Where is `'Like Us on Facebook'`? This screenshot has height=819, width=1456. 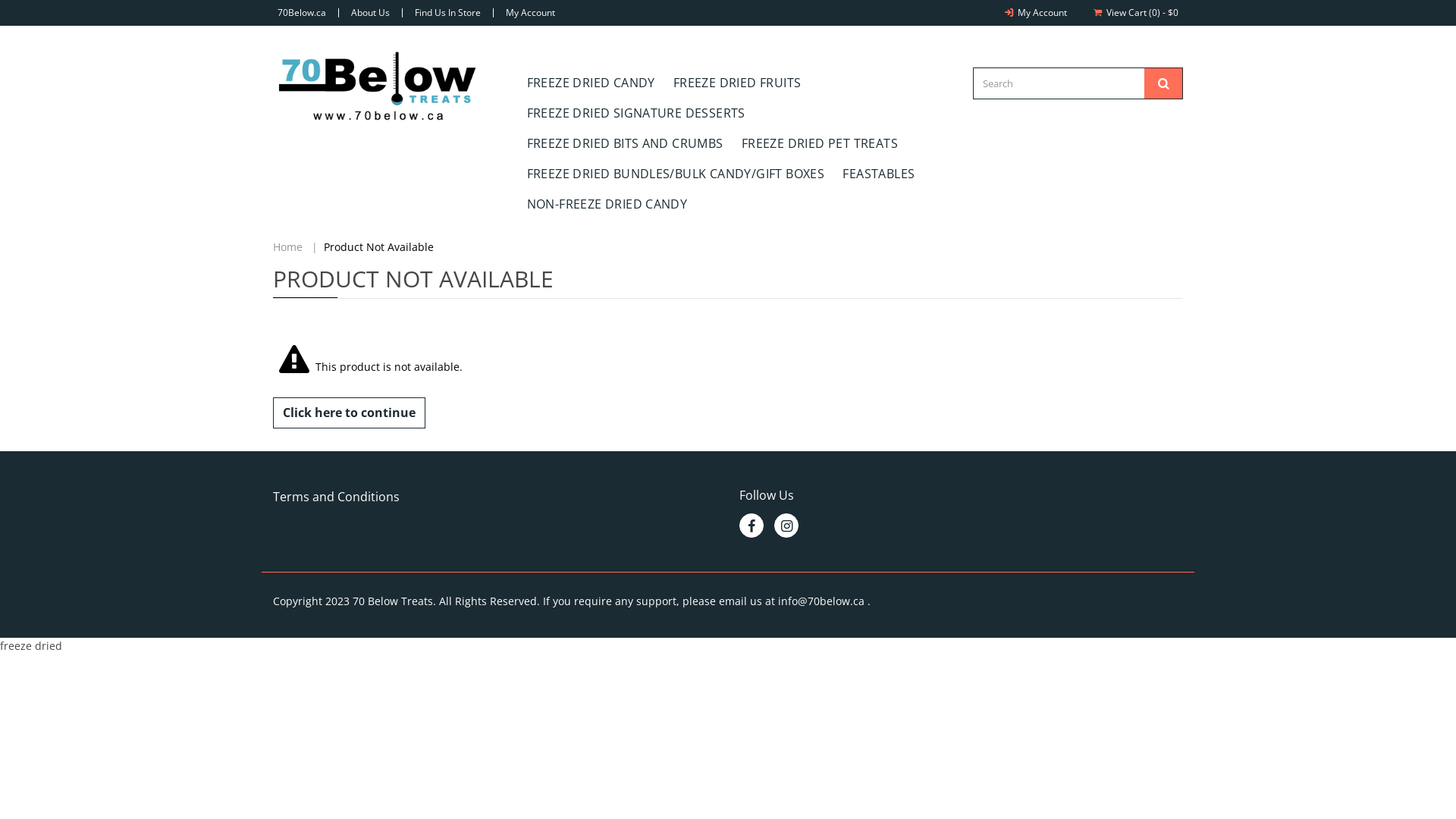
'Like Us on Facebook' is located at coordinates (751, 525).